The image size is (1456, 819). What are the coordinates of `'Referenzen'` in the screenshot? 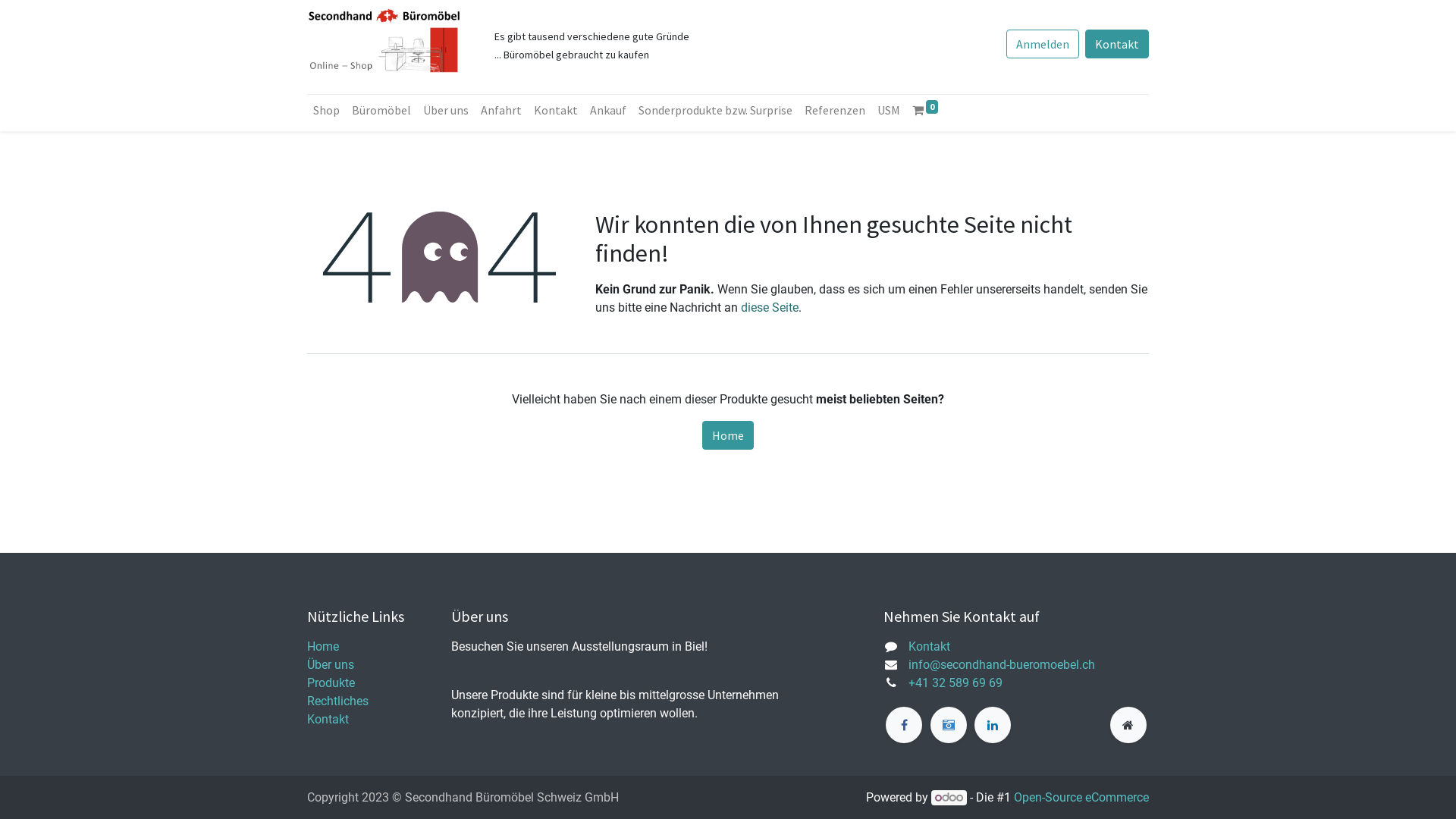 It's located at (833, 109).